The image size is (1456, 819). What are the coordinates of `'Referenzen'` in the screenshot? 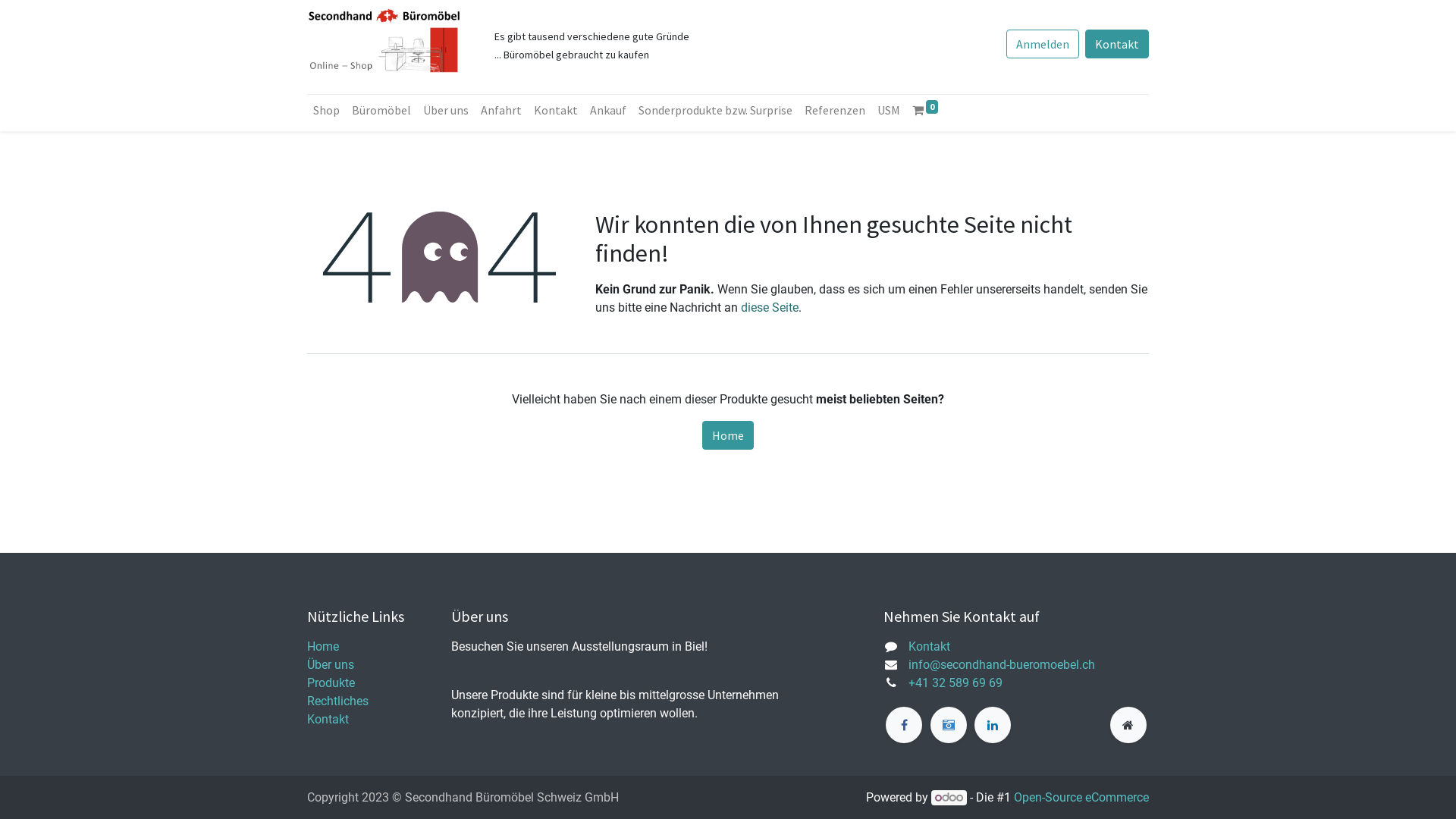 It's located at (833, 109).